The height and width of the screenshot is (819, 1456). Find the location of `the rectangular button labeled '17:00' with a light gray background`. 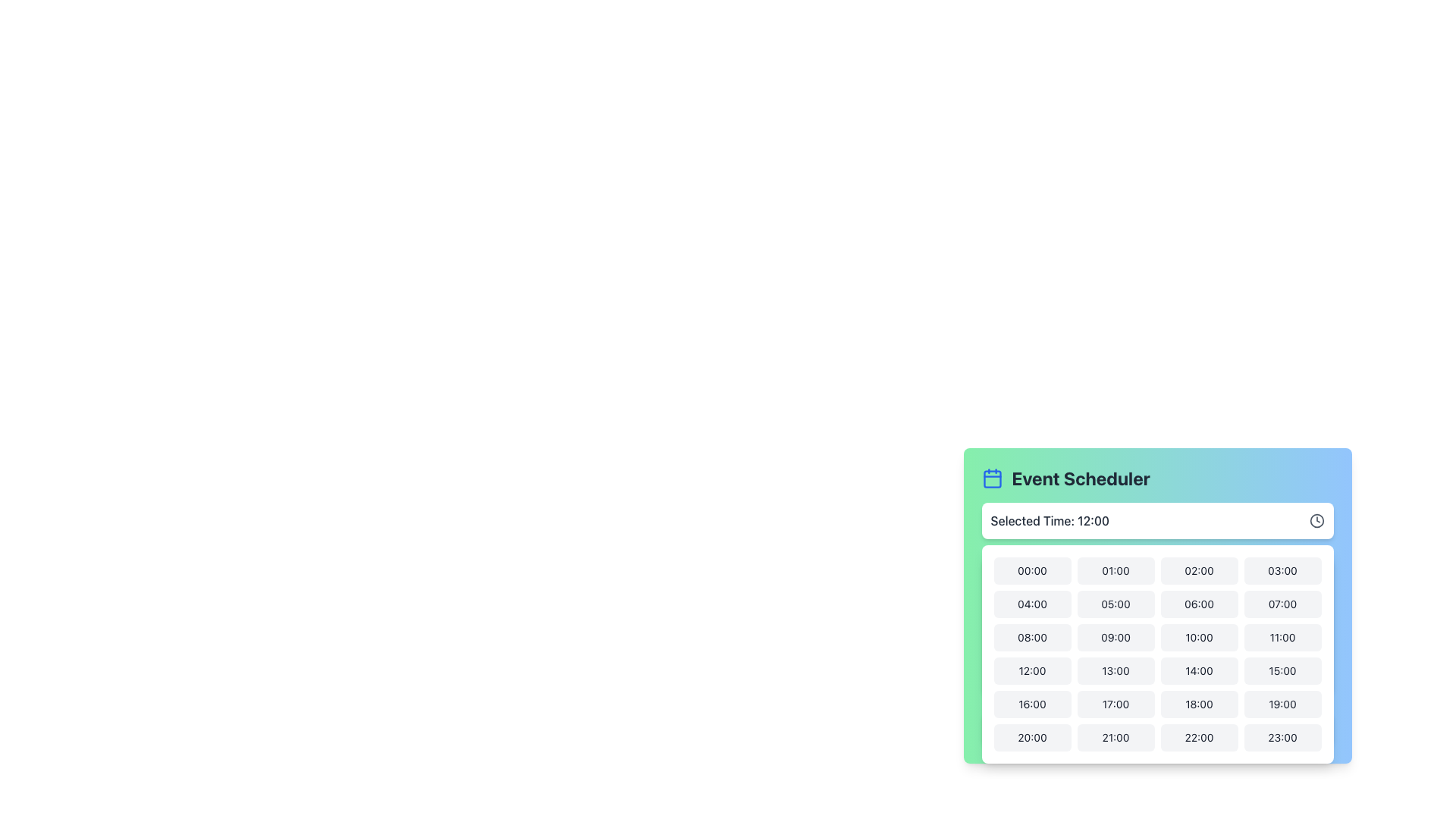

the rectangular button labeled '17:00' with a light gray background is located at coordinates (1116, 704).